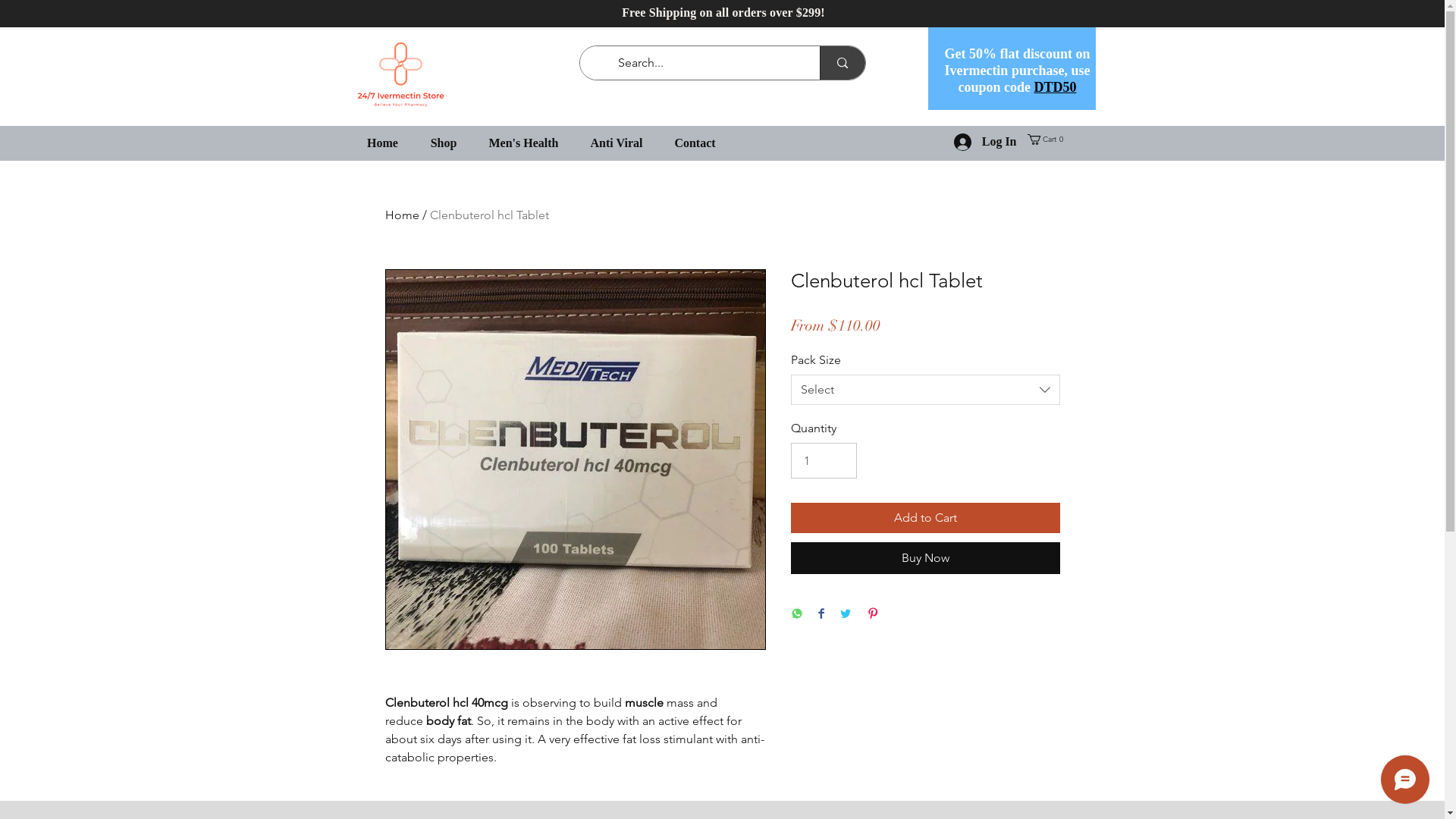  What do you see at coordinates (442, 143) in the screenshot?
I see `'Shop'` at bounding box center [442, 143].